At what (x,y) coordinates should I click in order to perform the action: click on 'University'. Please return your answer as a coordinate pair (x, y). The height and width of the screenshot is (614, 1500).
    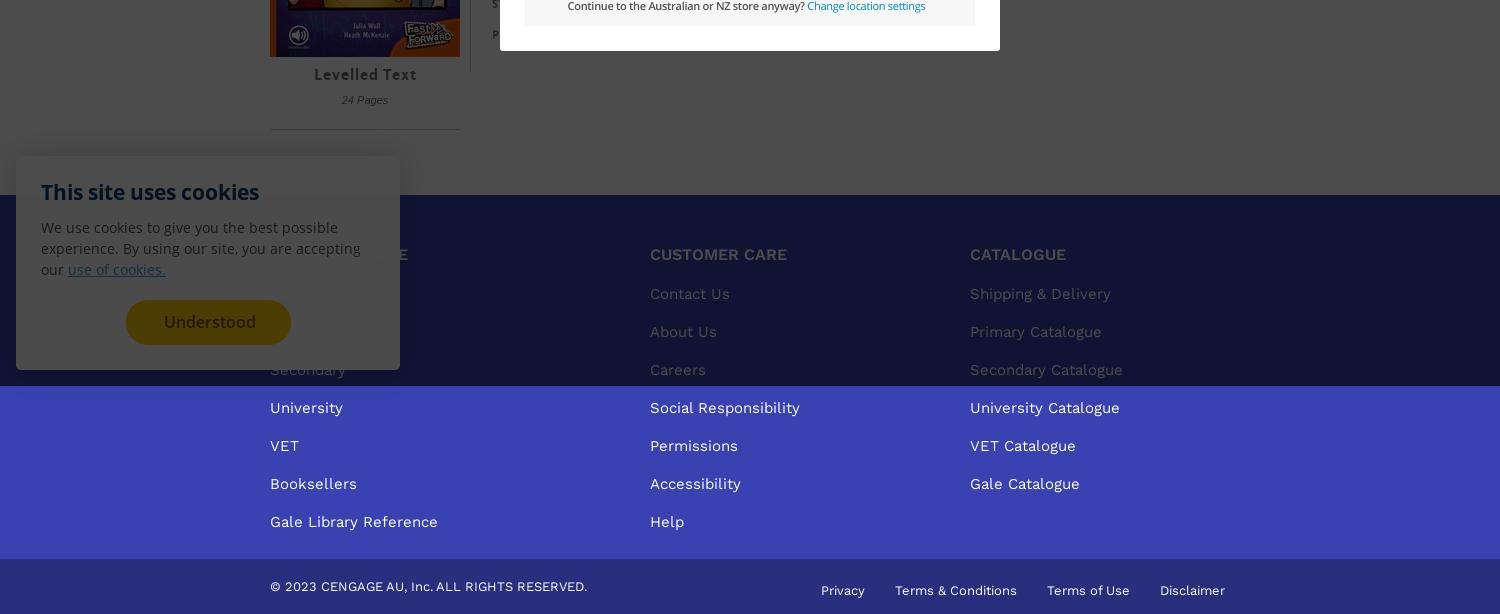
    Looking at the image, I should click on (306, 407).